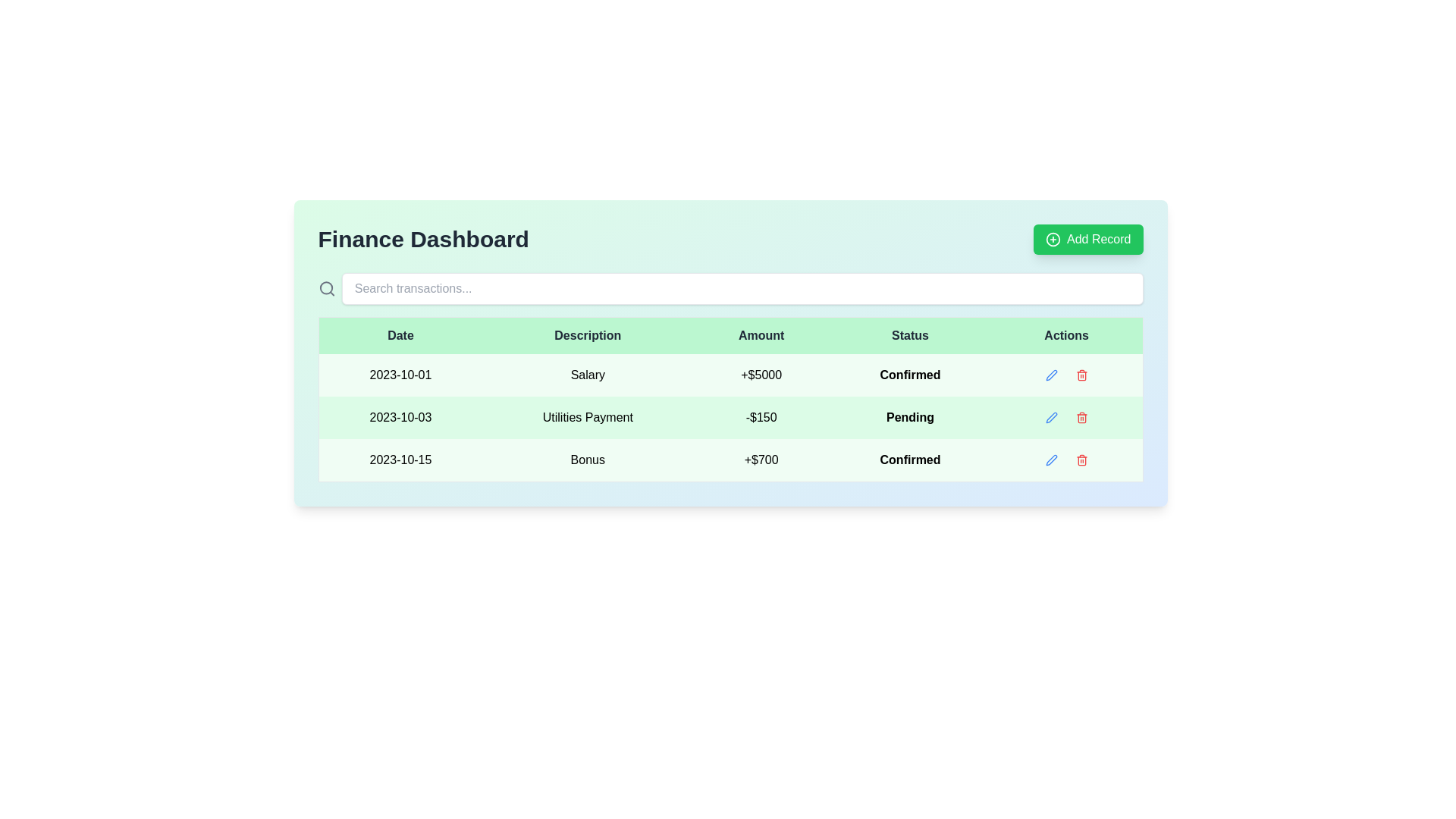 The image size is (1456, 819). What do you see at coordinates (761, 460) in the screenshot?
I see `the text element displaying '+$700' located in the 'Amount' column of the '2023-10-15' row in the transaction table` at bounding box center [761, 460].